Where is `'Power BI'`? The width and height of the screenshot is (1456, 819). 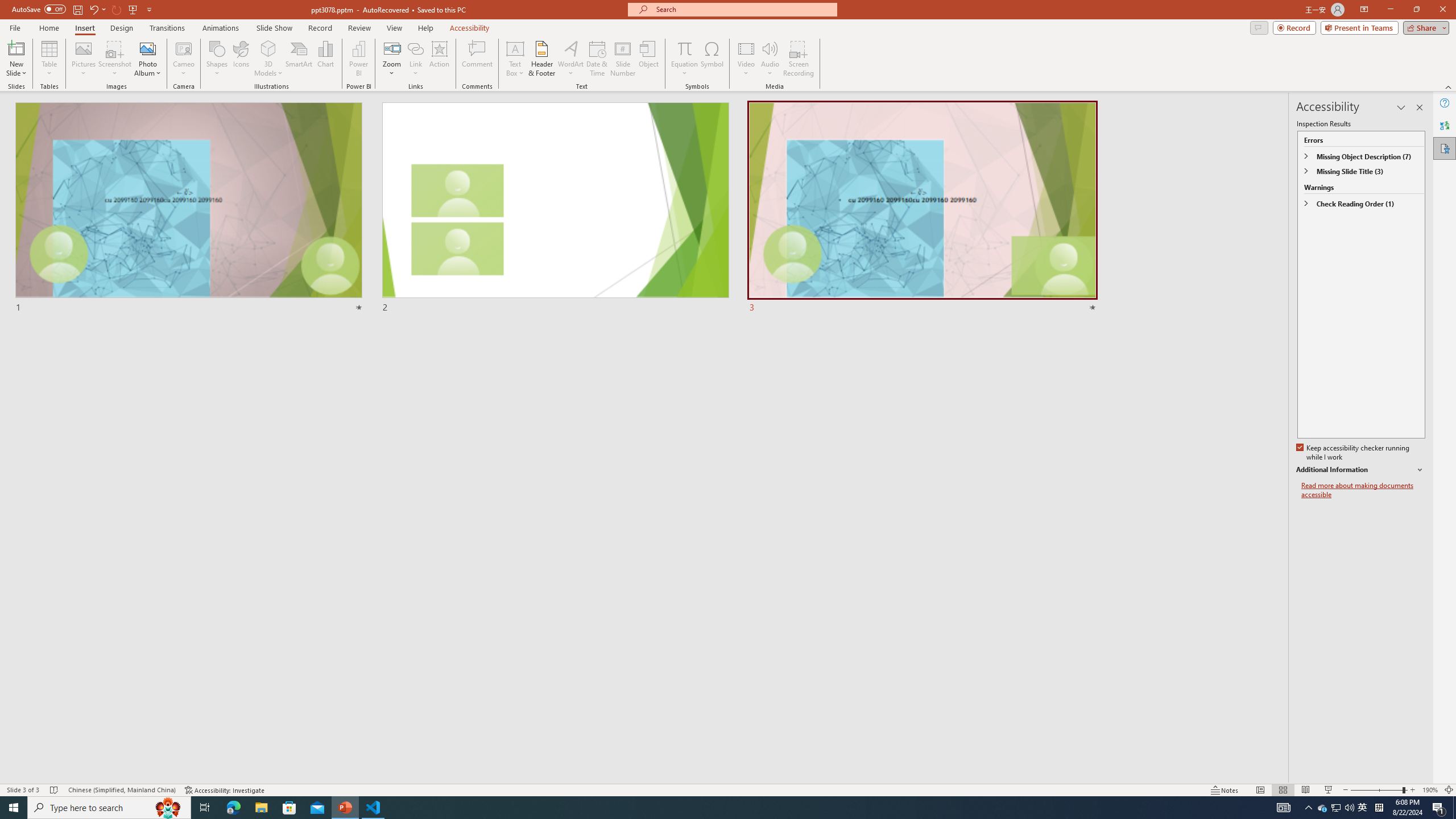
'Power BI' is located at coordinates (359, 59).